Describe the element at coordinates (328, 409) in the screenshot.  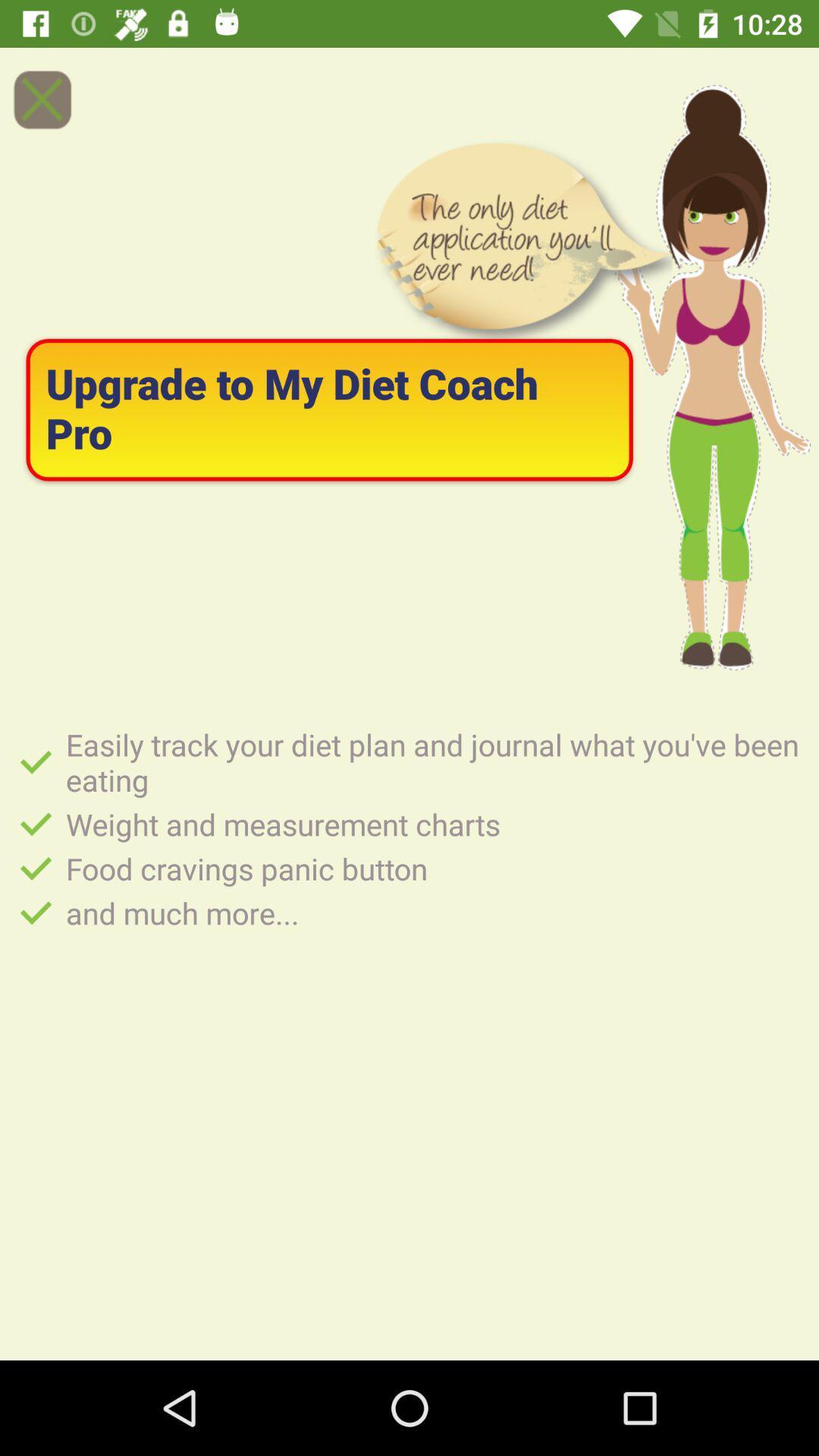
I see `the upgrade to my` at that location.